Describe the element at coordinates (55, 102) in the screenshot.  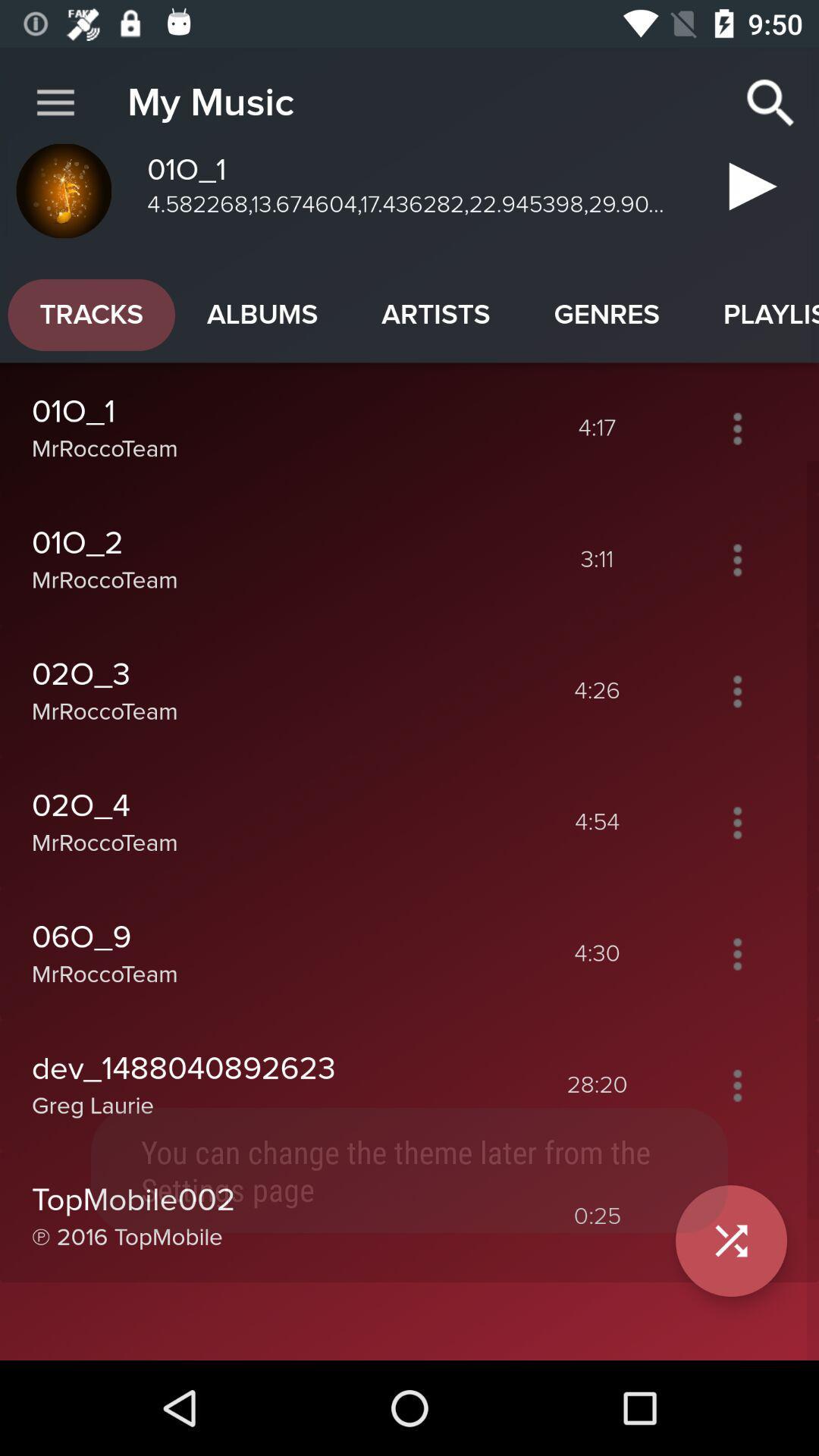
I see `icon next to my music` at that location.